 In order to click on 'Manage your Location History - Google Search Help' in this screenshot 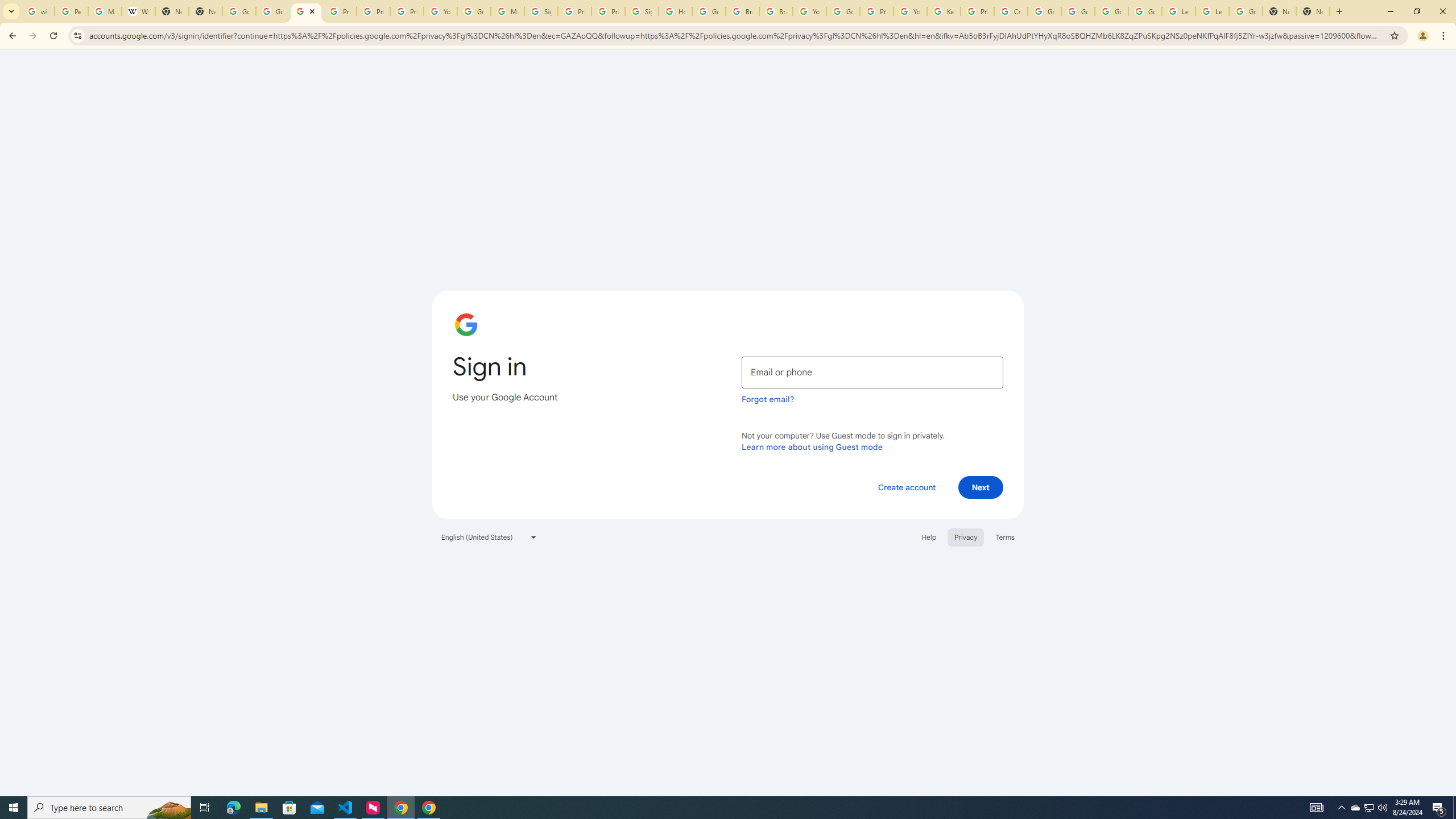, I will do `click(104, 11)`.